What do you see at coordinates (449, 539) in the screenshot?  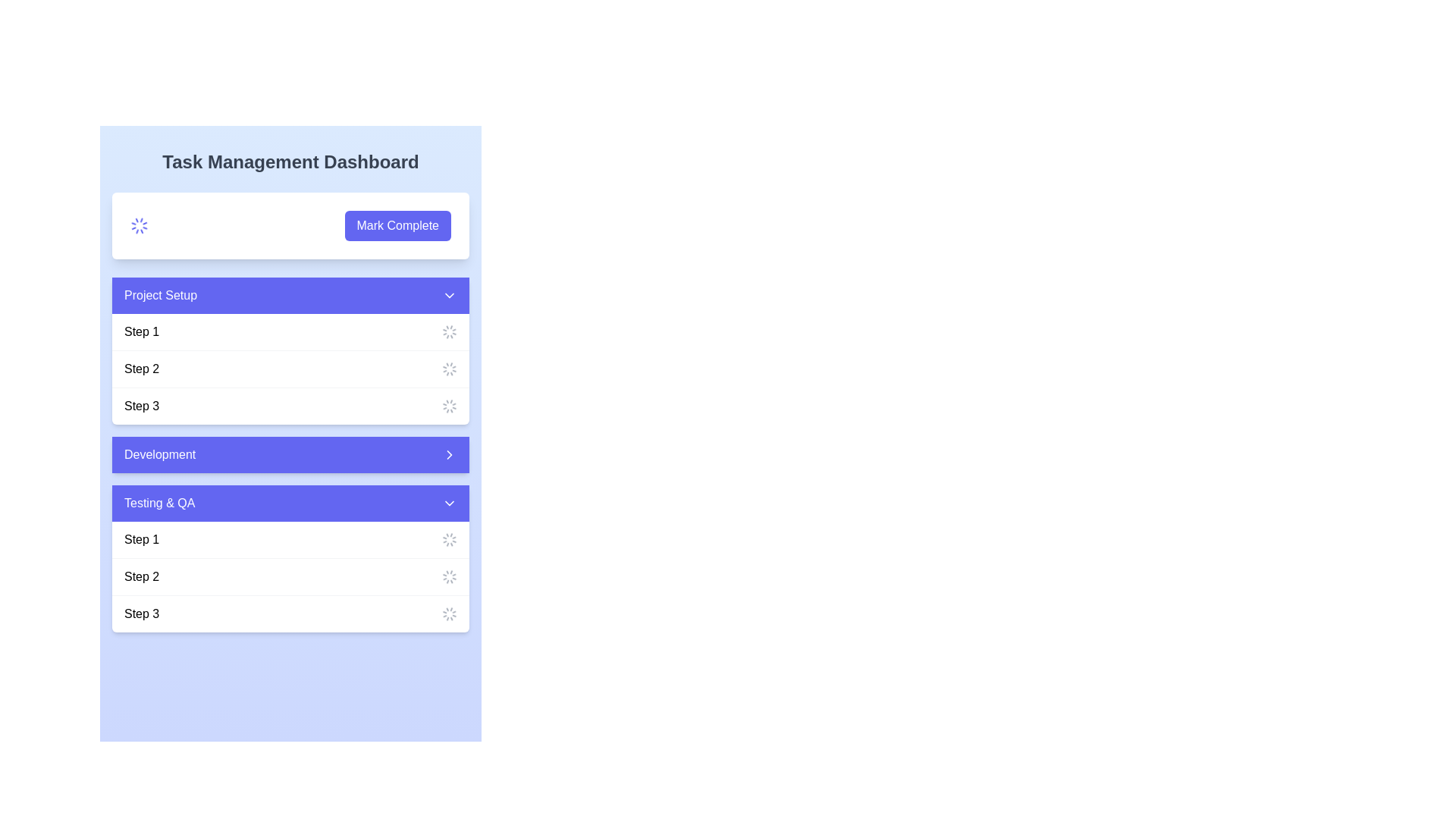 I see `the Loader icon indicating the status of the ongoing operation for 'Step 1' in the 'Testing & QA' section` at bounding box center [449, 539].